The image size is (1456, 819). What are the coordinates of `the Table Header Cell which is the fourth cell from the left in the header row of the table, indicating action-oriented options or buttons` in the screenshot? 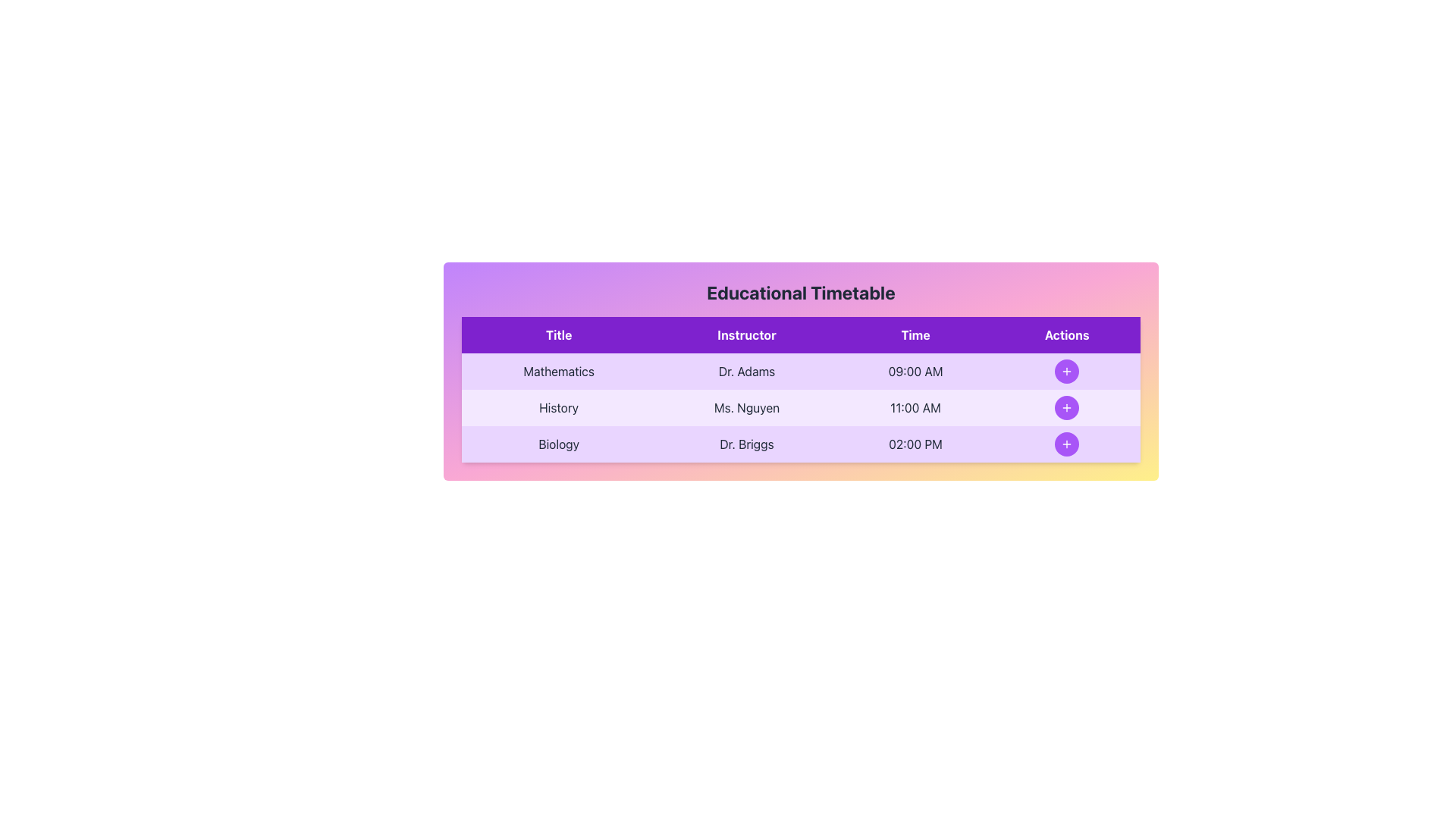 It's located at (1066, 334).